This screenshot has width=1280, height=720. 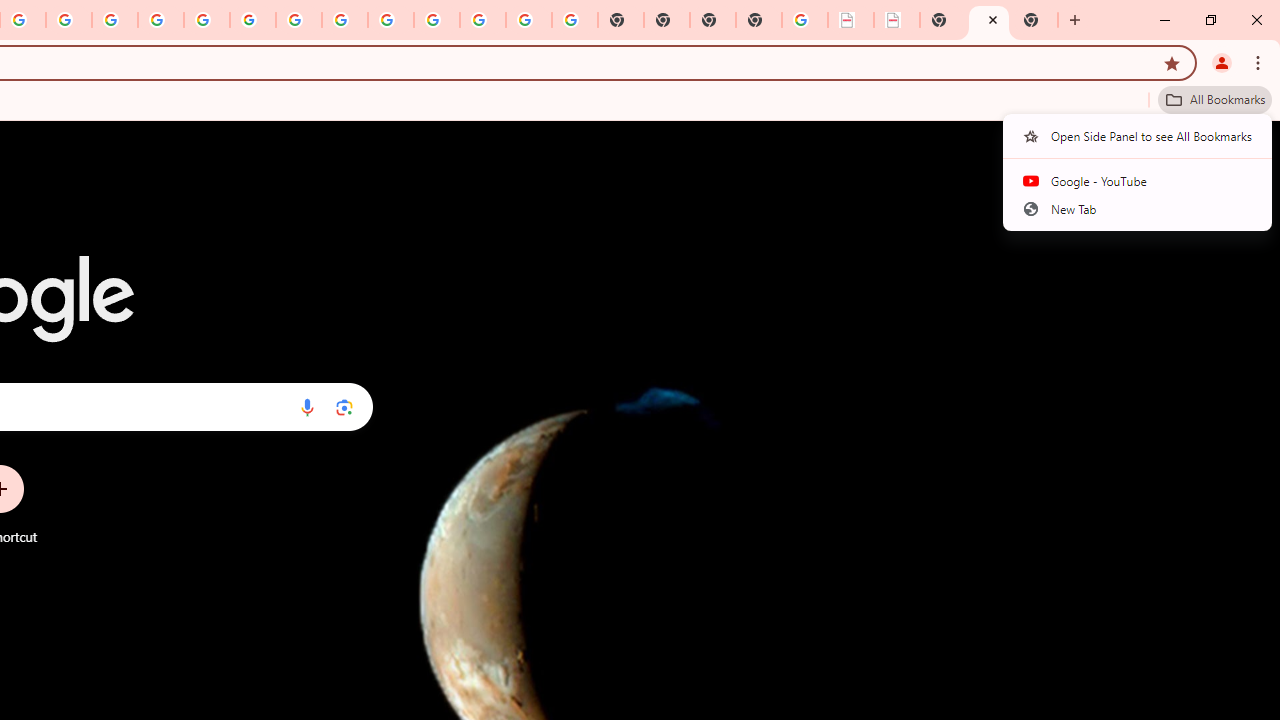 I want to click on 'Privacy Help Center - Policies Help', so click(x=114, y=20).